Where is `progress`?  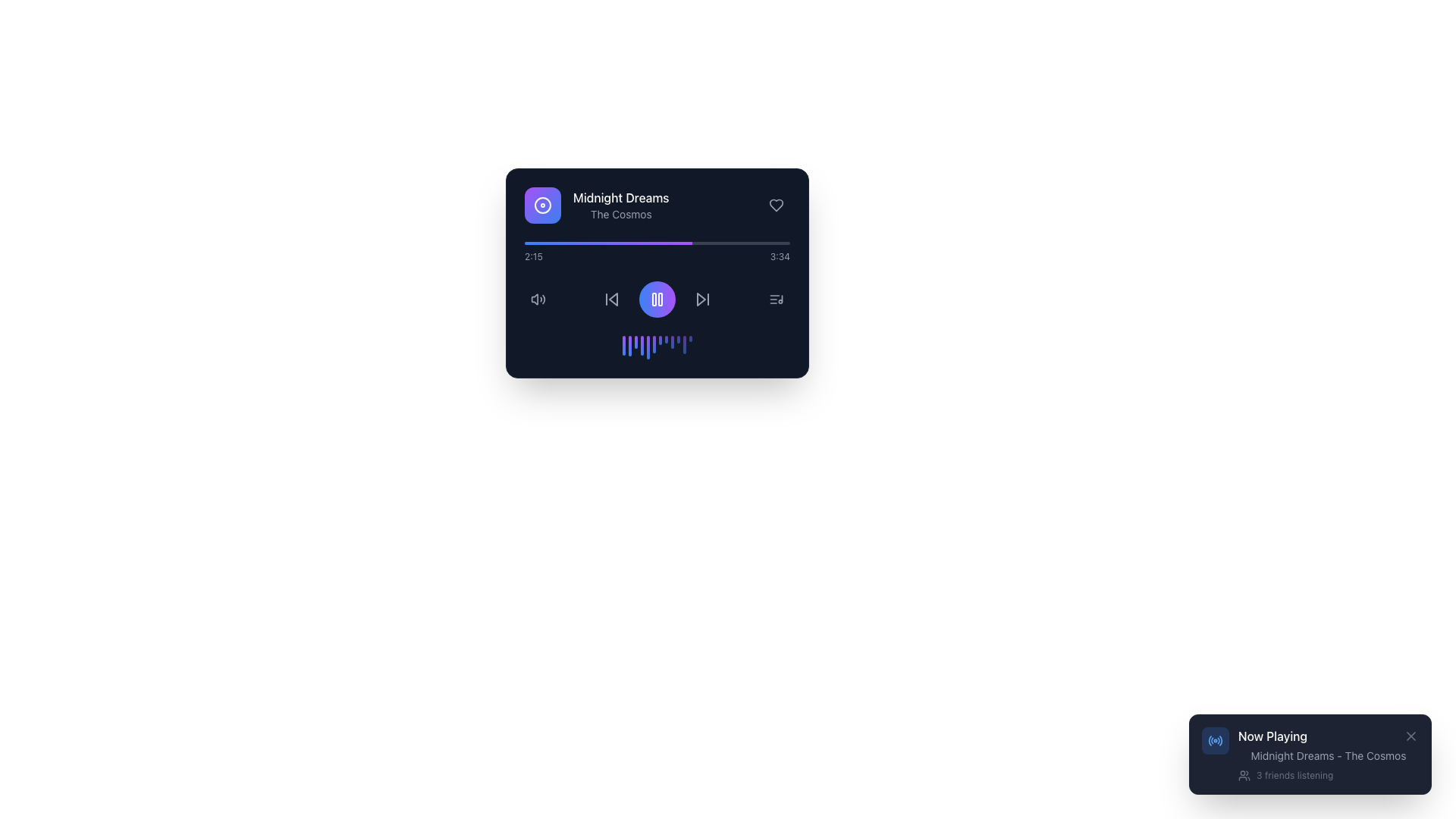
progress is located at coordinates (709, 242).